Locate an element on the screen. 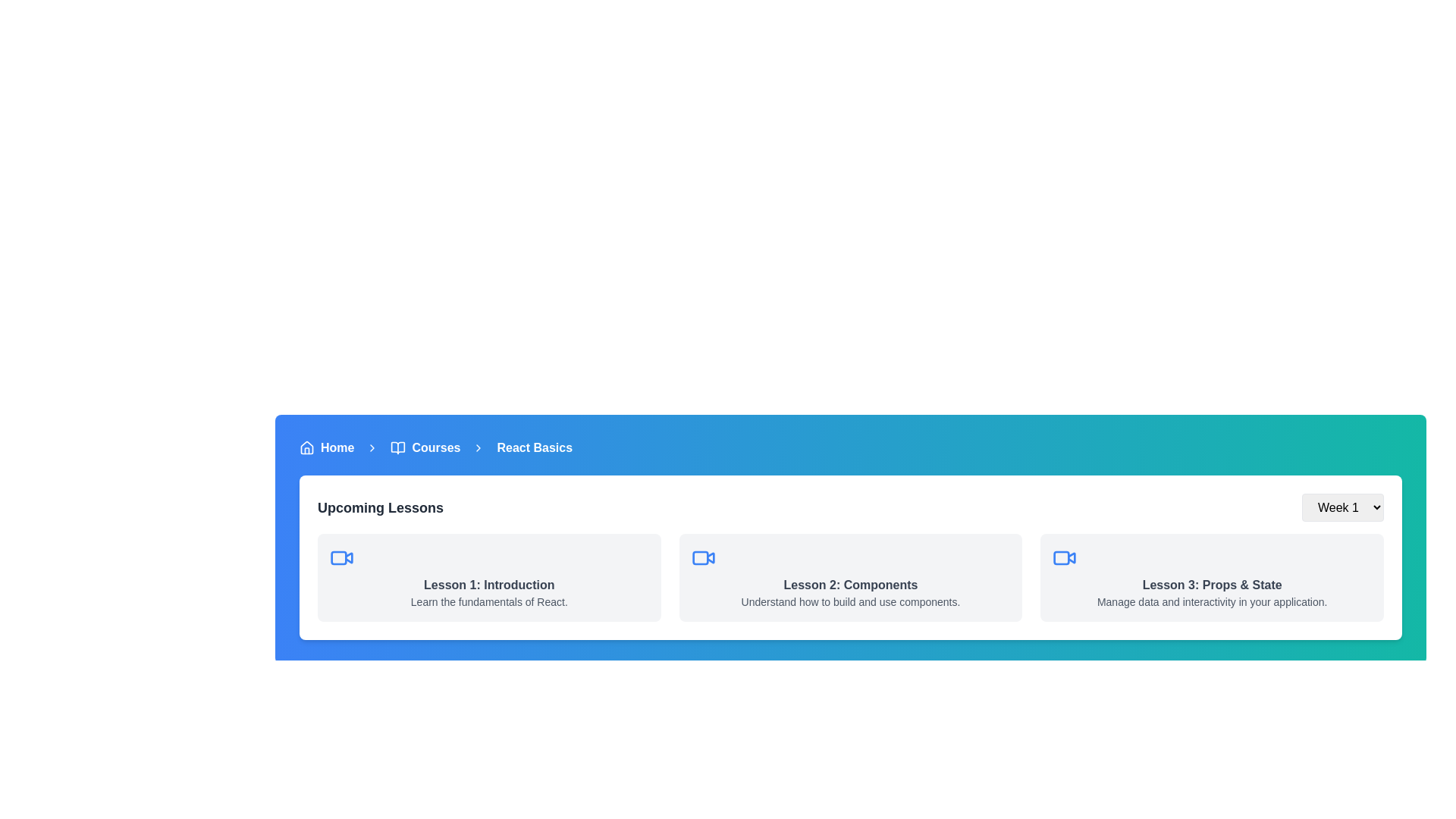 This screenshot has width=1456, height=819. the 'Courses' breadcrumb navigation link, which is the second item in the breadcrumb navigation bar is located at coordinates (425, 447).